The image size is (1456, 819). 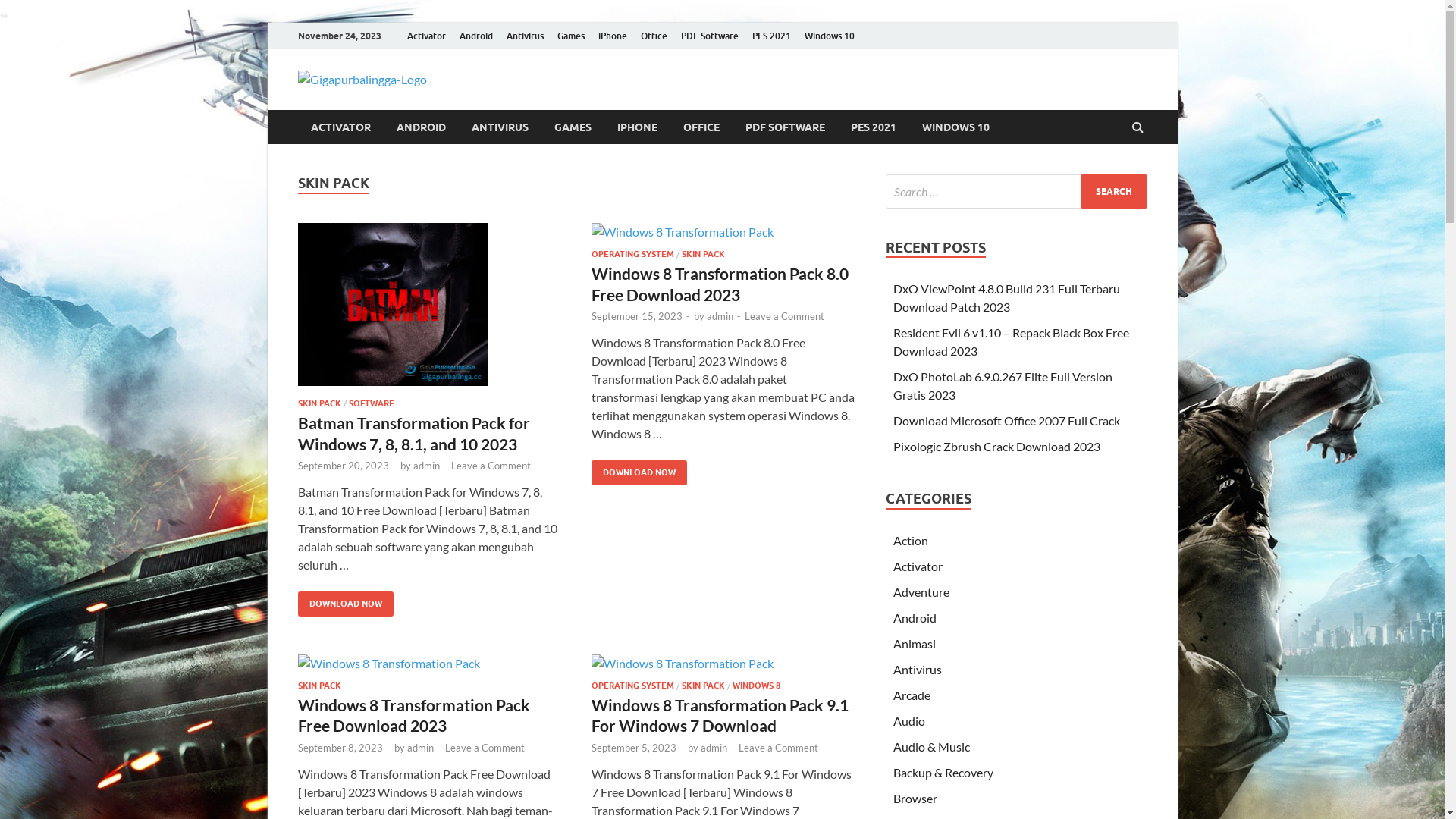 I want to click on 'September 5, 2023', so click(x=590, y=747).